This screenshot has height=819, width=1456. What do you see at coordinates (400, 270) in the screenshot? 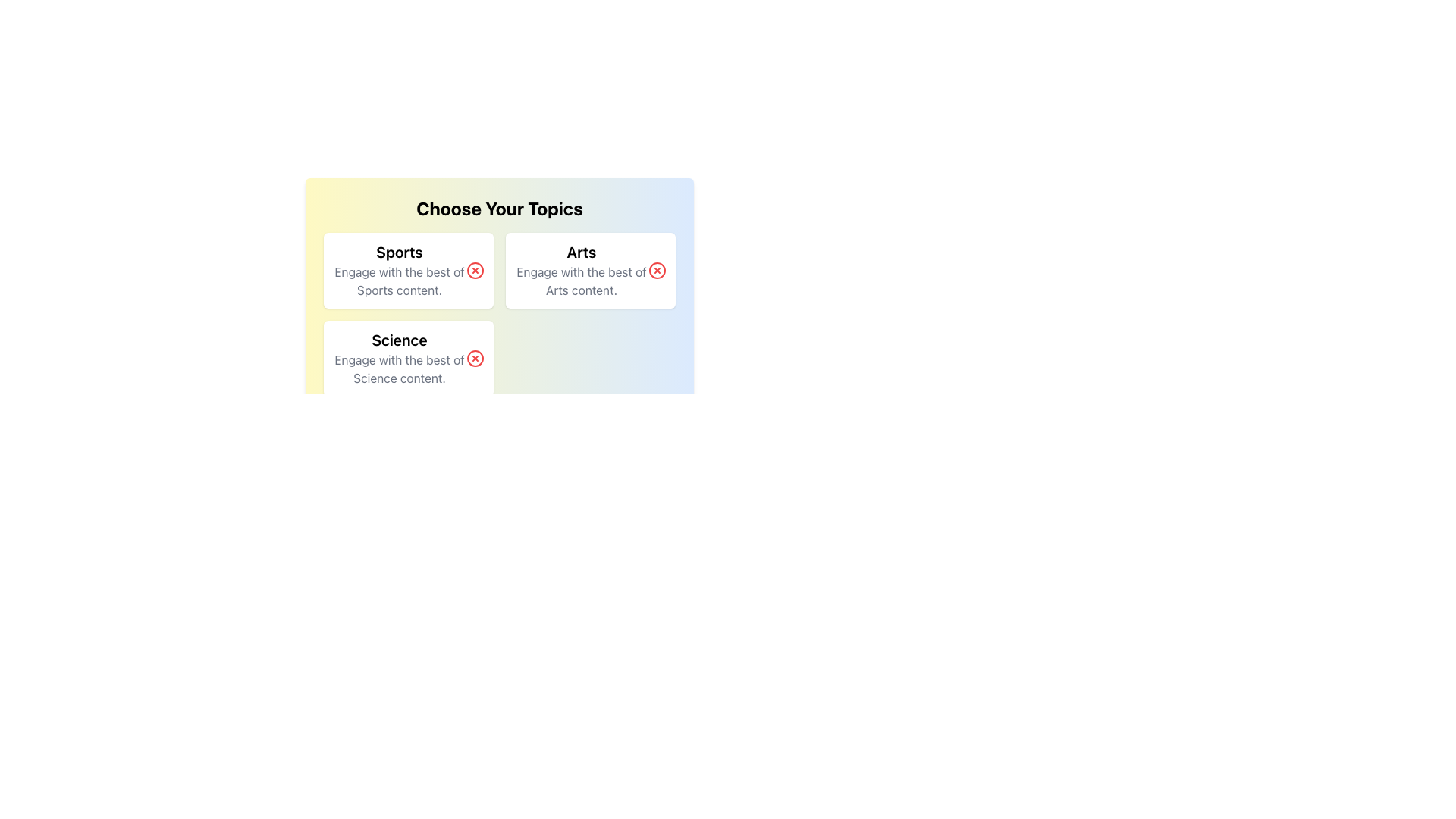
I see `the 'Sports' card text block located in the top-left corner of the grid layout` at bounding box center [400, 270].